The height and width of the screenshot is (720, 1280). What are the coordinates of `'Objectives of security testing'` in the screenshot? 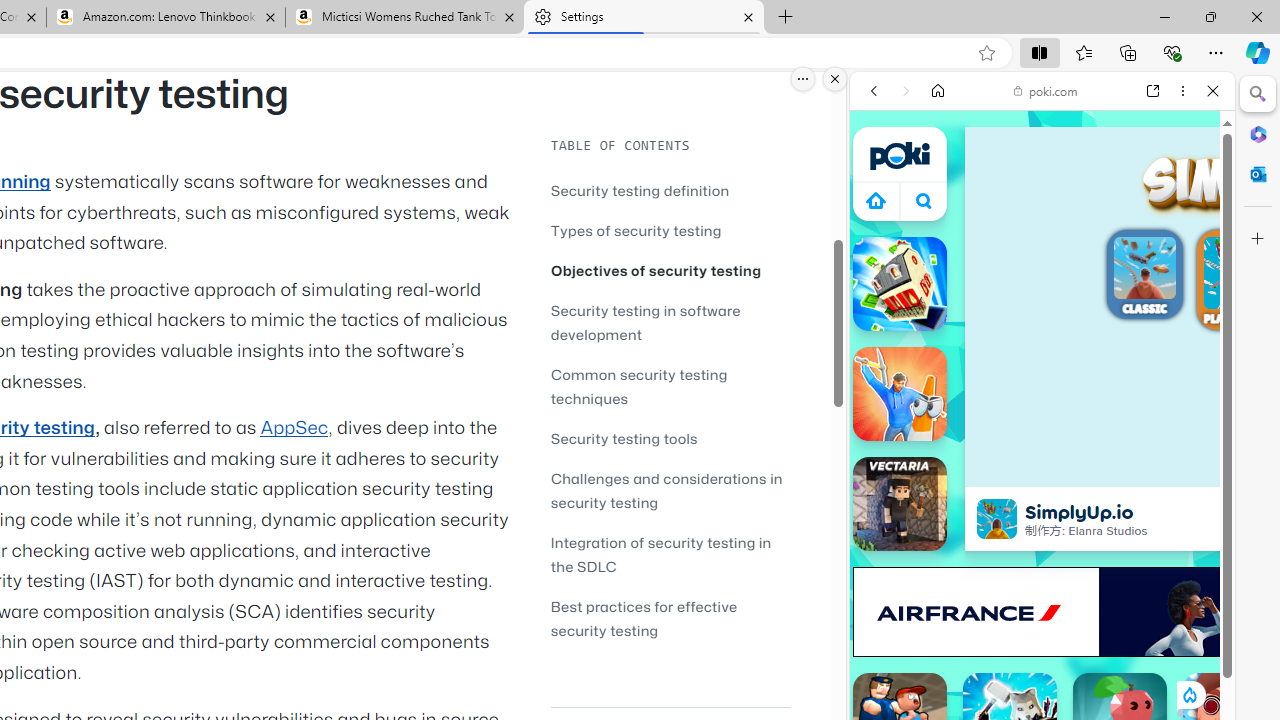 It's located at (670, 270).